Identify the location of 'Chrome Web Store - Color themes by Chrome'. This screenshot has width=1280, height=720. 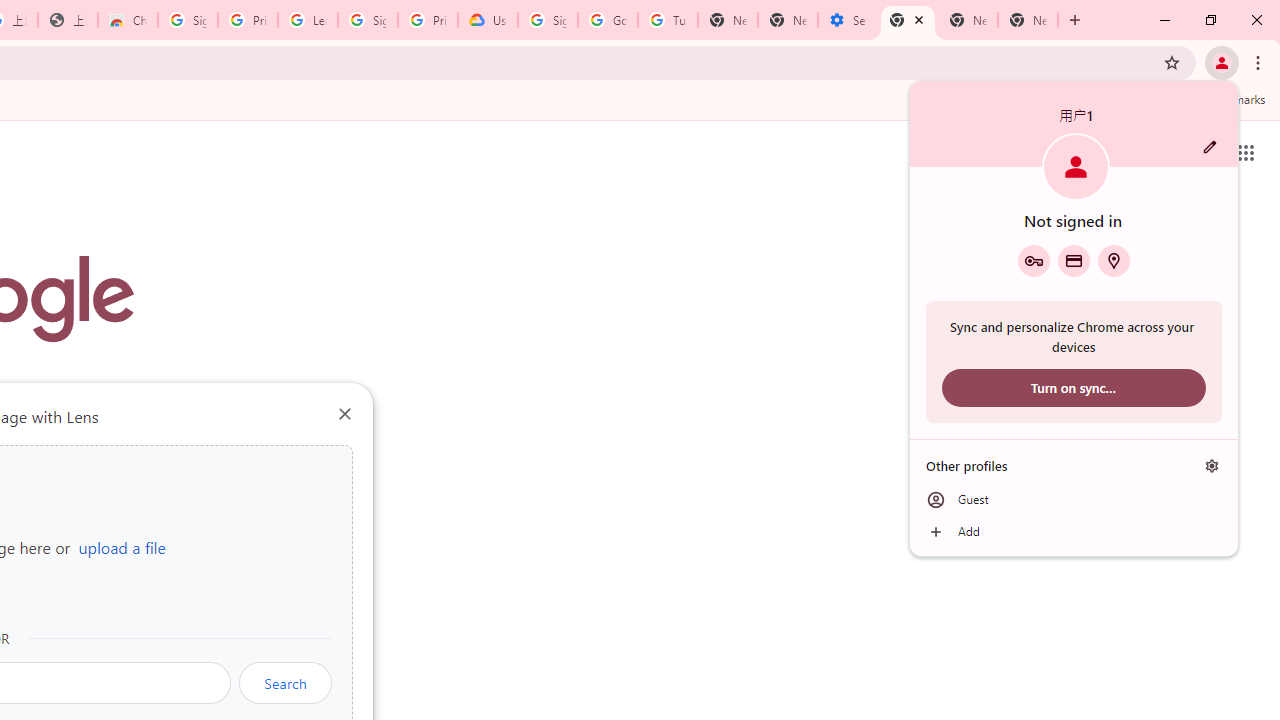
(127, 20).